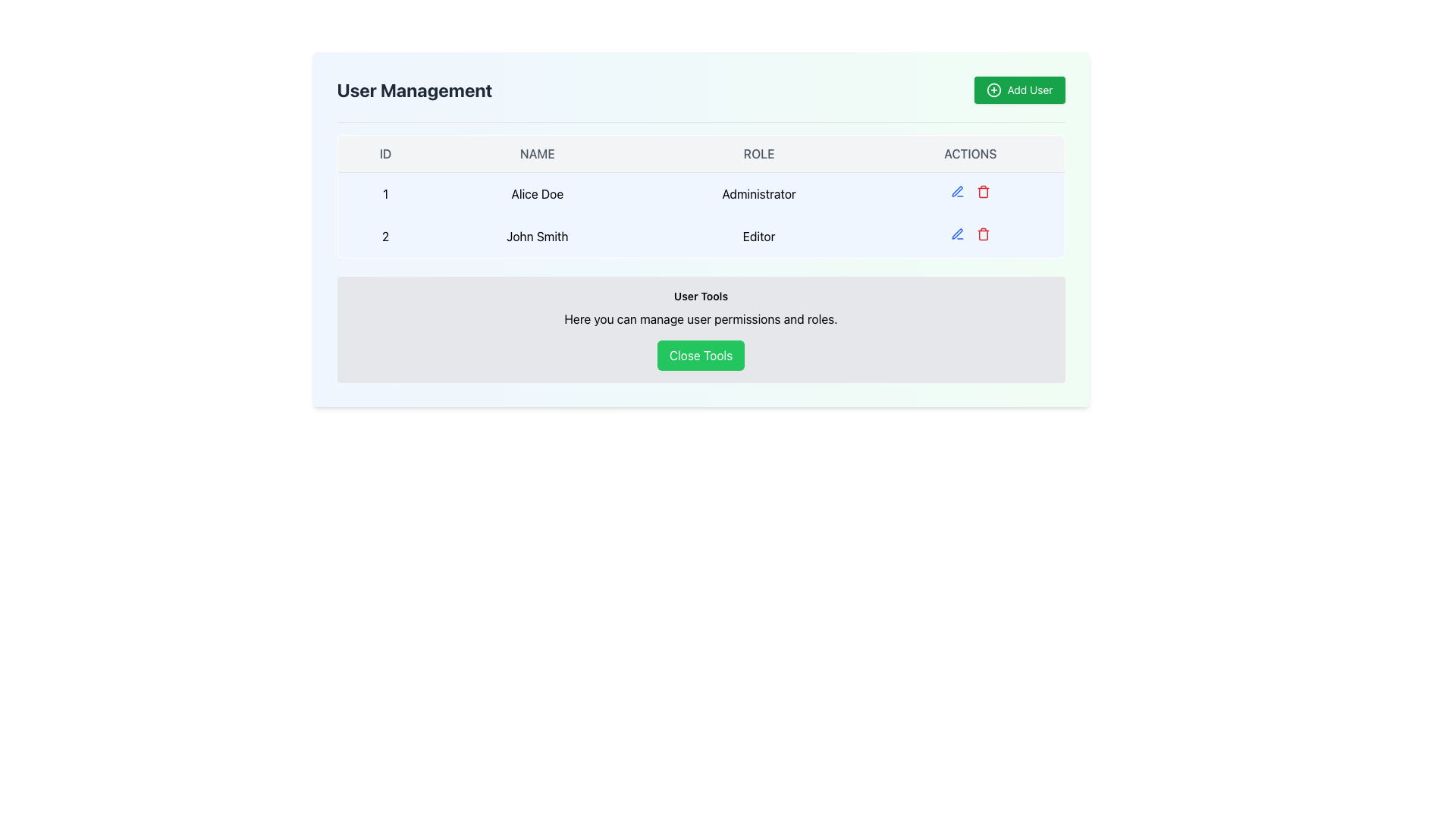  Describe the element at coordinates (983, 191) in the screenshot. I see `the trash bin icon button in the 'Actions' column of the second row in the User Management table` at that location.